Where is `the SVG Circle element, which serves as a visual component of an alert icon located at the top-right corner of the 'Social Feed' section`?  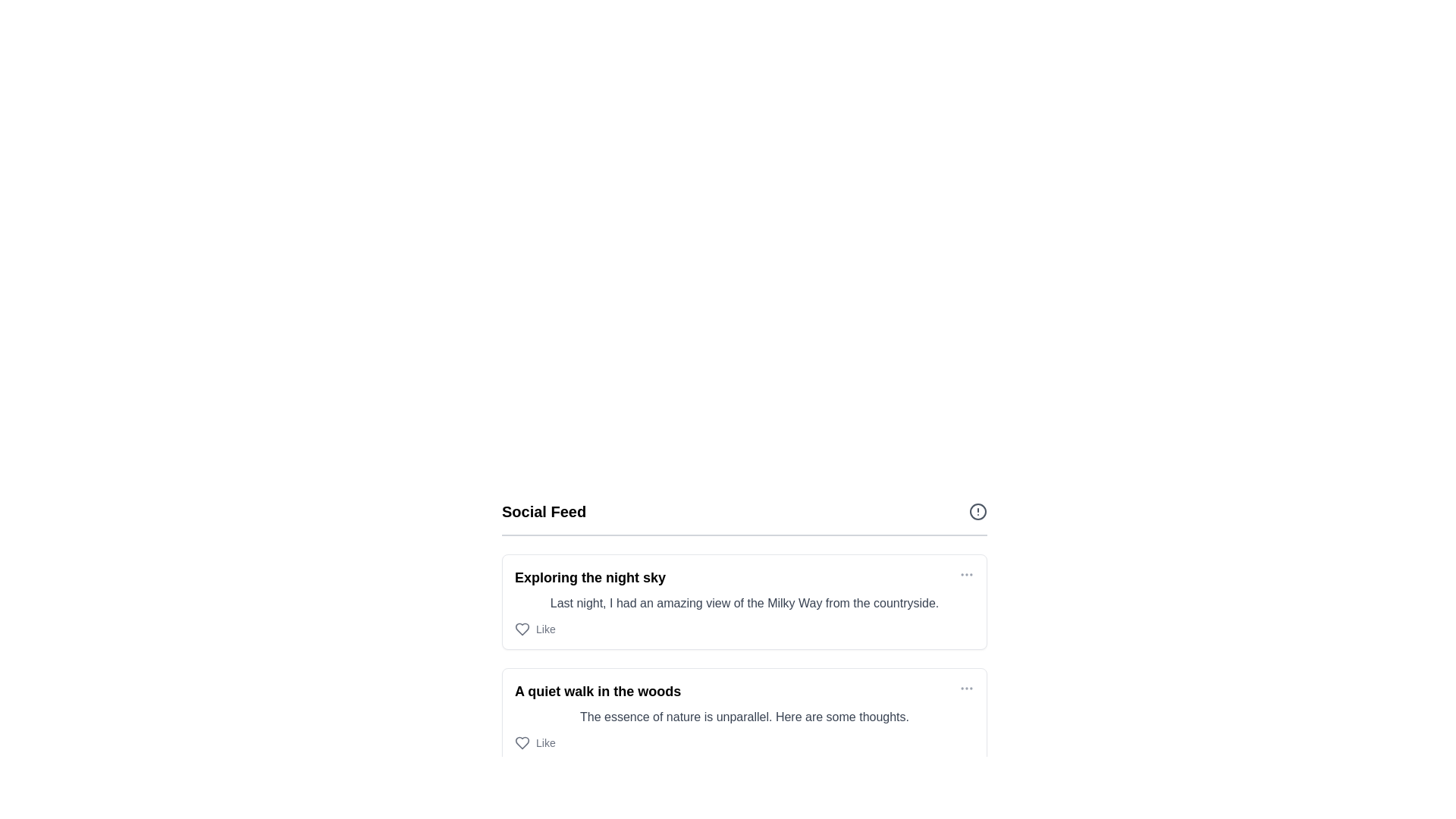 the SVG Circle element, which serves as a visual component of an alert icon located at the top-right corner of the 'Social Feed' section is located at coordinates (978, 512).